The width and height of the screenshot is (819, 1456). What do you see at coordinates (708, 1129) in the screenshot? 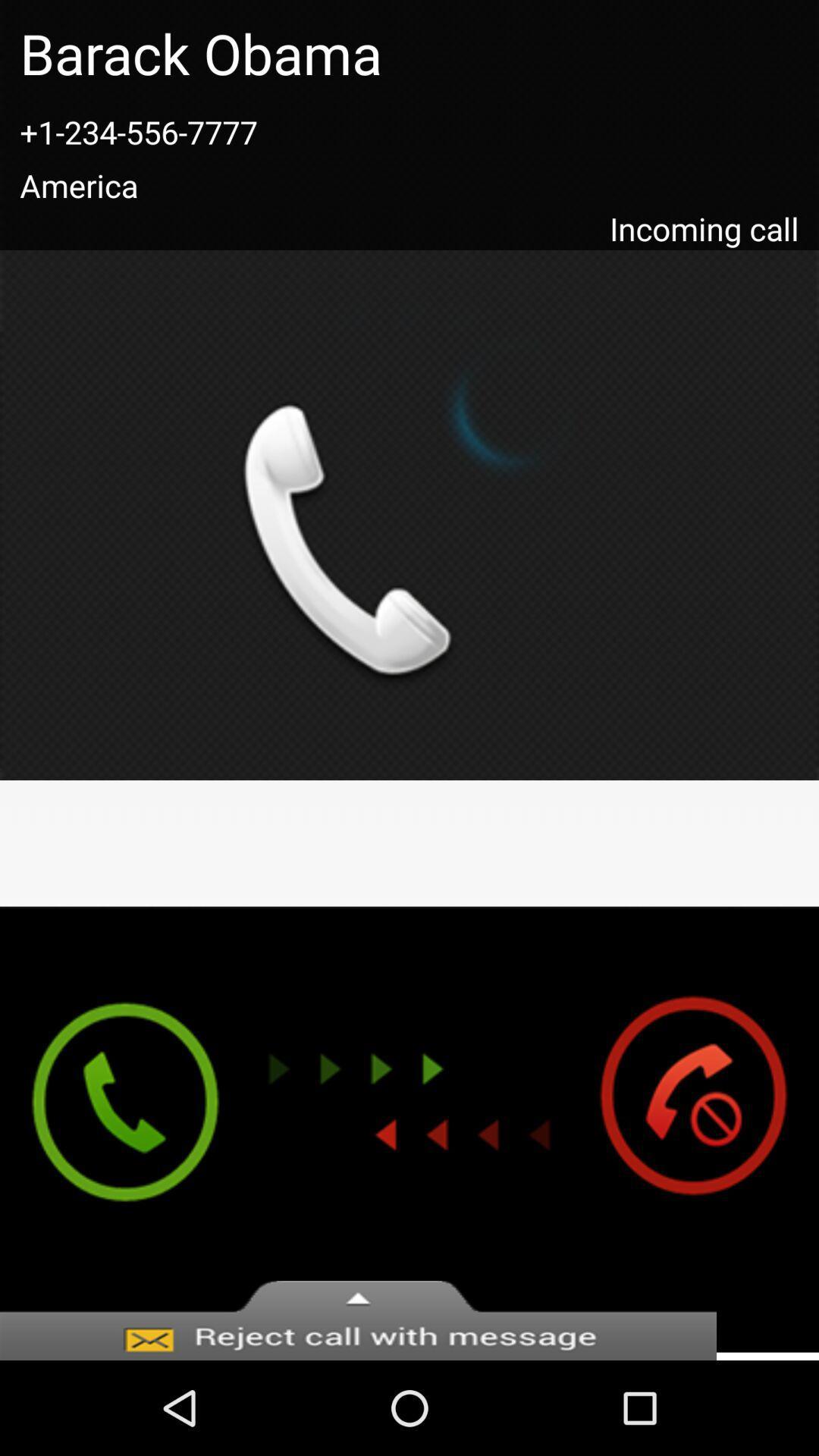
I see `end call` at bounding box center [708, 1129].